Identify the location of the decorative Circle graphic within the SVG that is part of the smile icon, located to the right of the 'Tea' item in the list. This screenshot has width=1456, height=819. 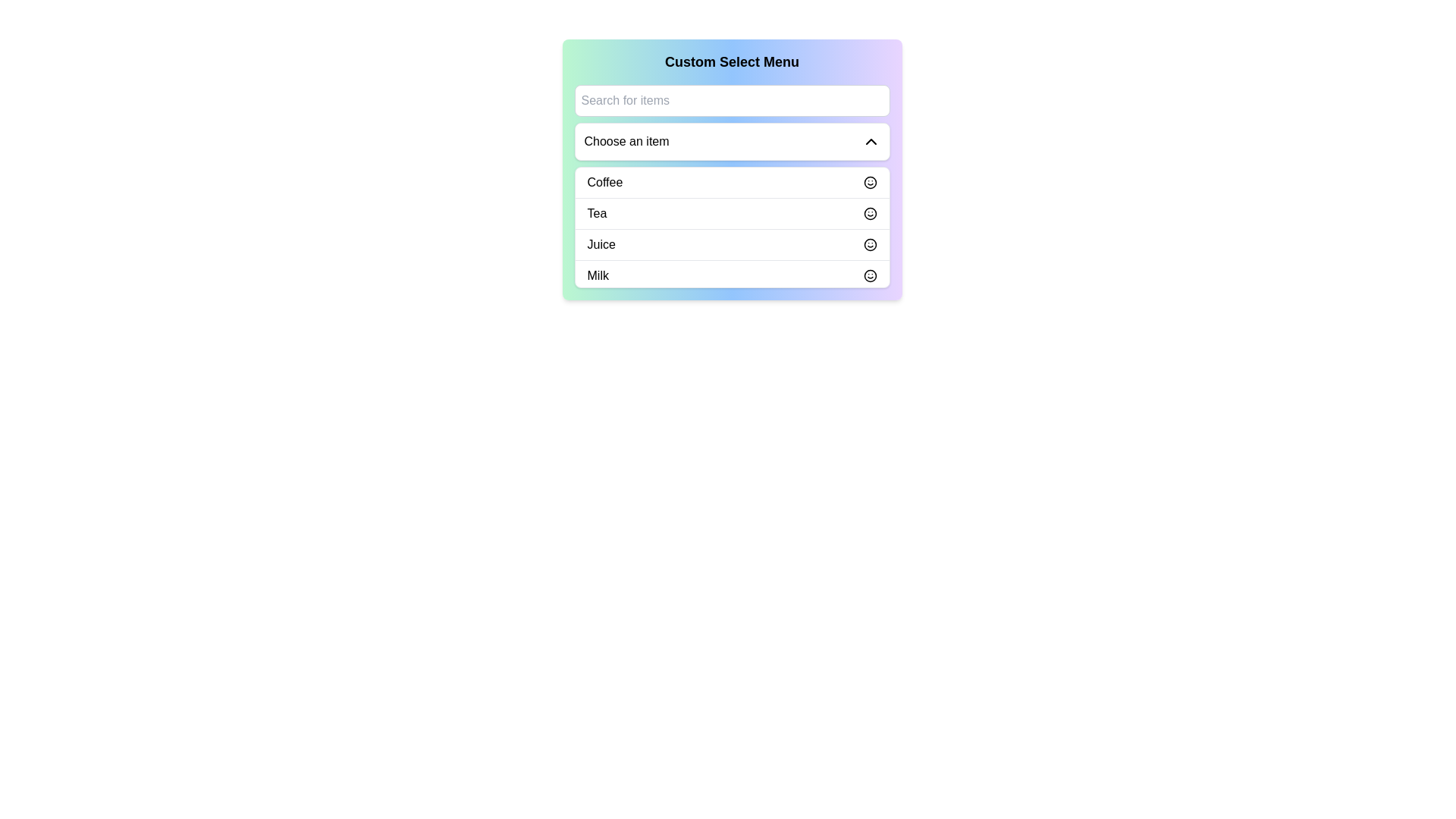
(870, 213).